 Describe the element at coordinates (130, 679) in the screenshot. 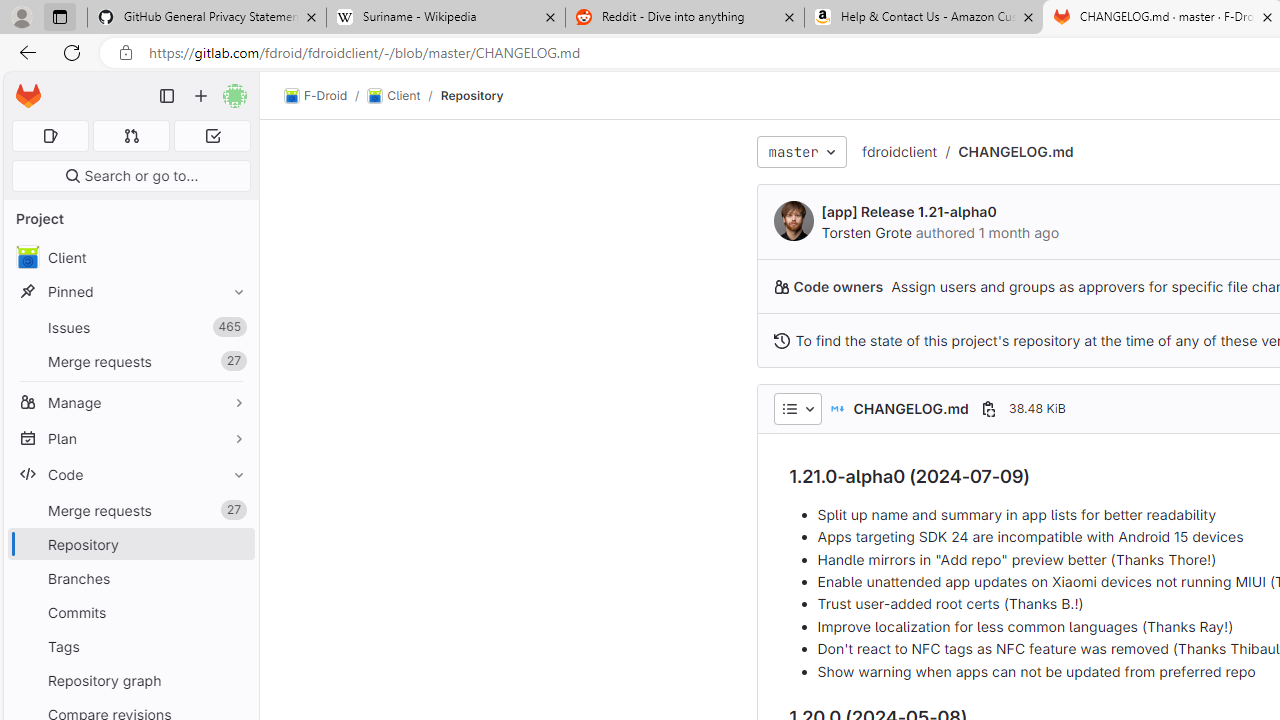

I see `'Repository graph'` at that location.